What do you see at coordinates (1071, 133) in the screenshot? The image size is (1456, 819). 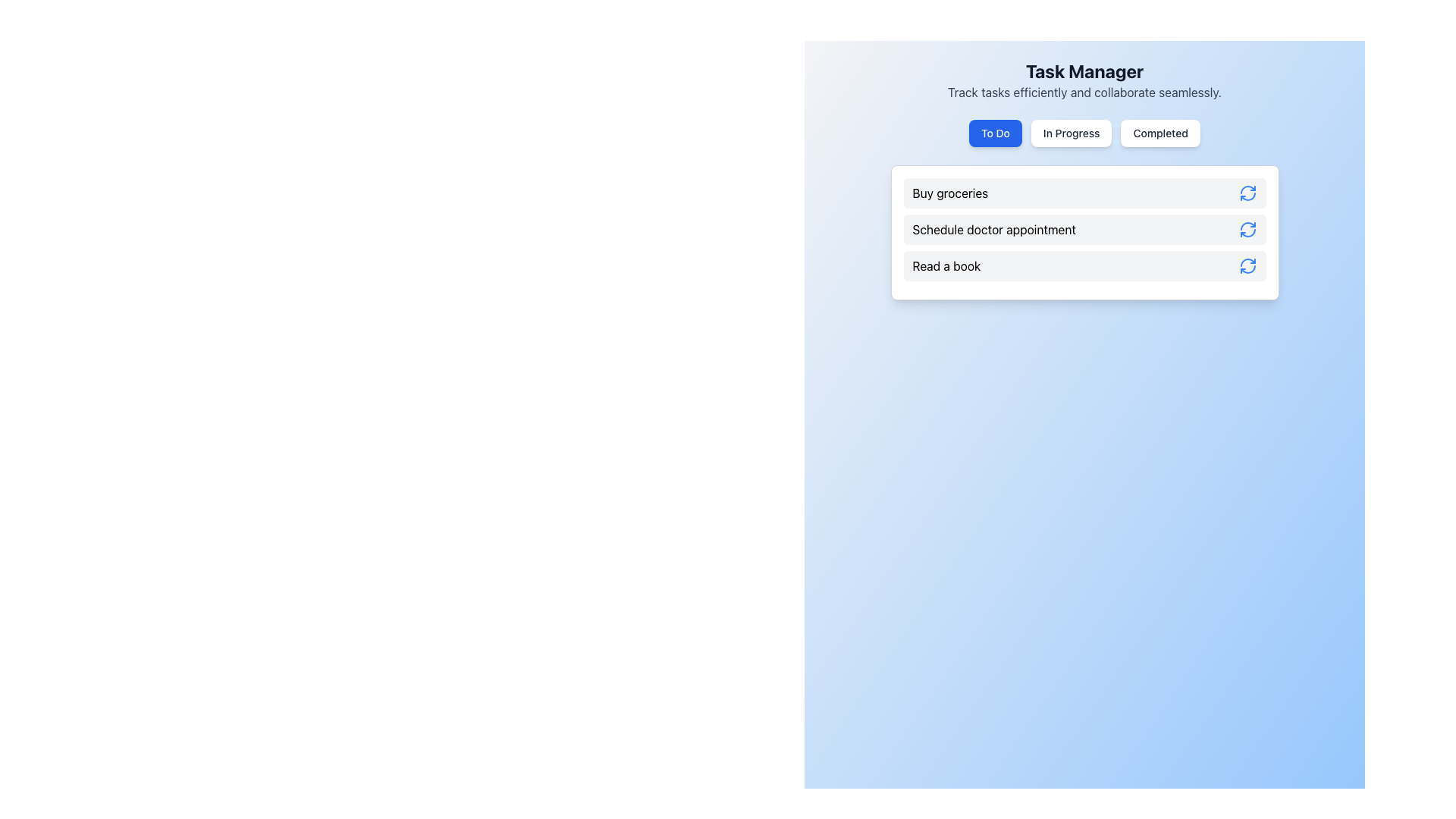 I see `the 'In Progress' button, which is a rectangular button with a white background and rounded corners, located between the 'To Do' and 'Completed' buttons` at bounding box center [1071, 133].